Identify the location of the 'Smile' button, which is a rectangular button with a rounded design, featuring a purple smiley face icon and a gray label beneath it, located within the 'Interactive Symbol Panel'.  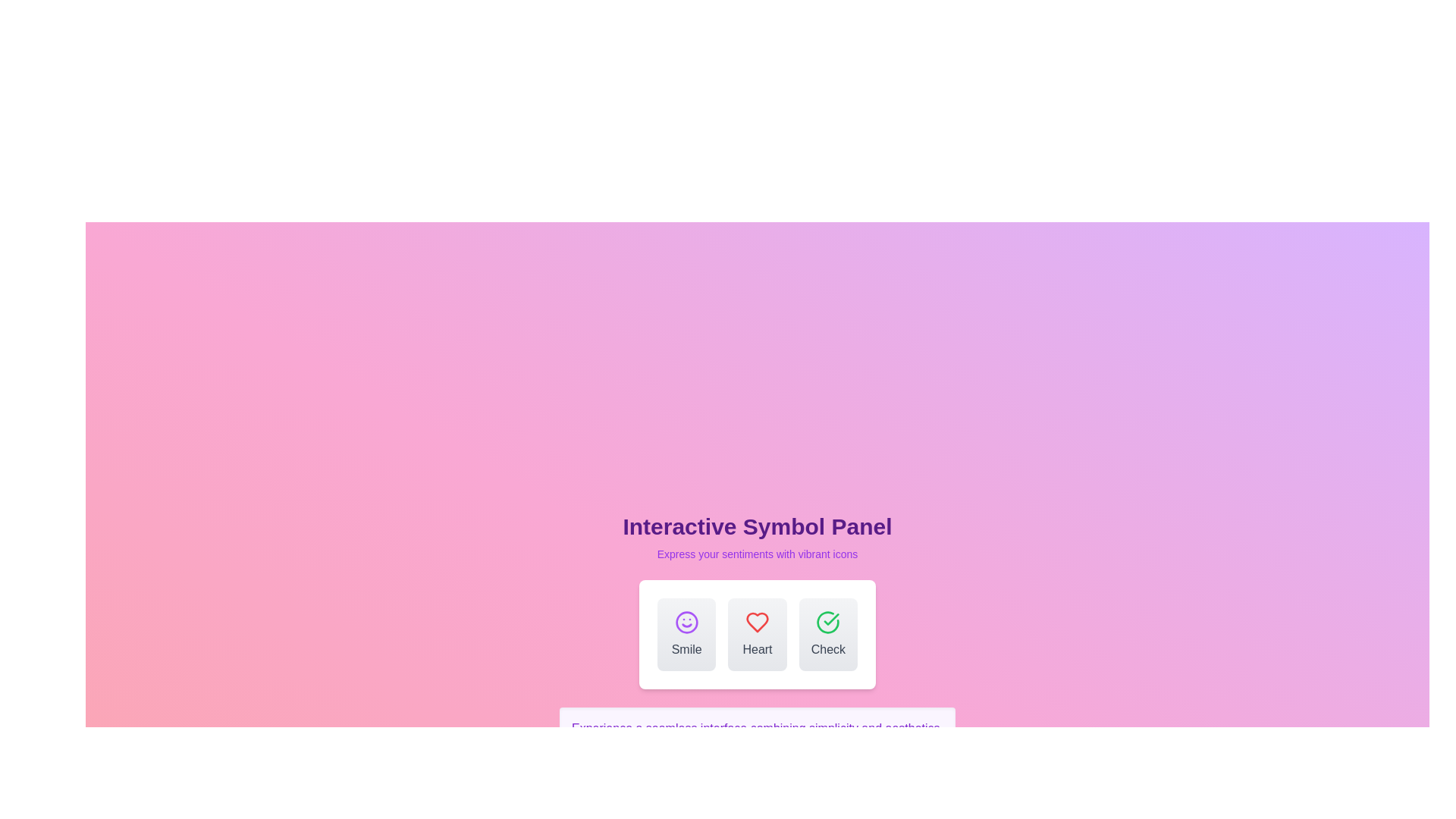
(686, 635).